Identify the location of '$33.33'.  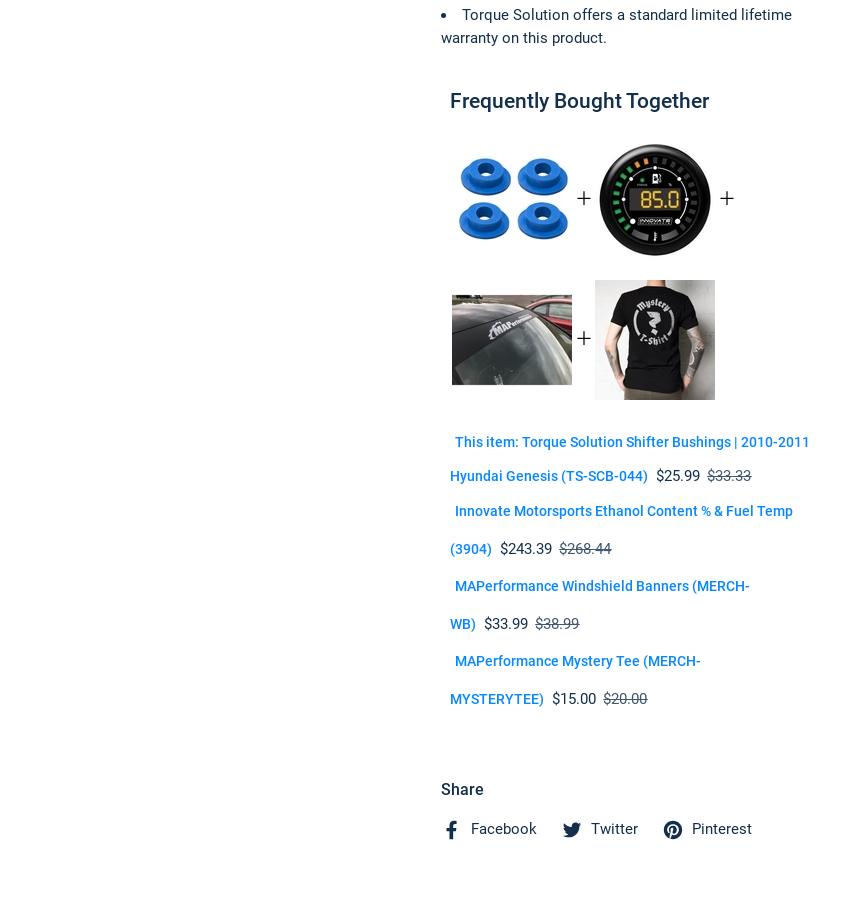
(728, 475).